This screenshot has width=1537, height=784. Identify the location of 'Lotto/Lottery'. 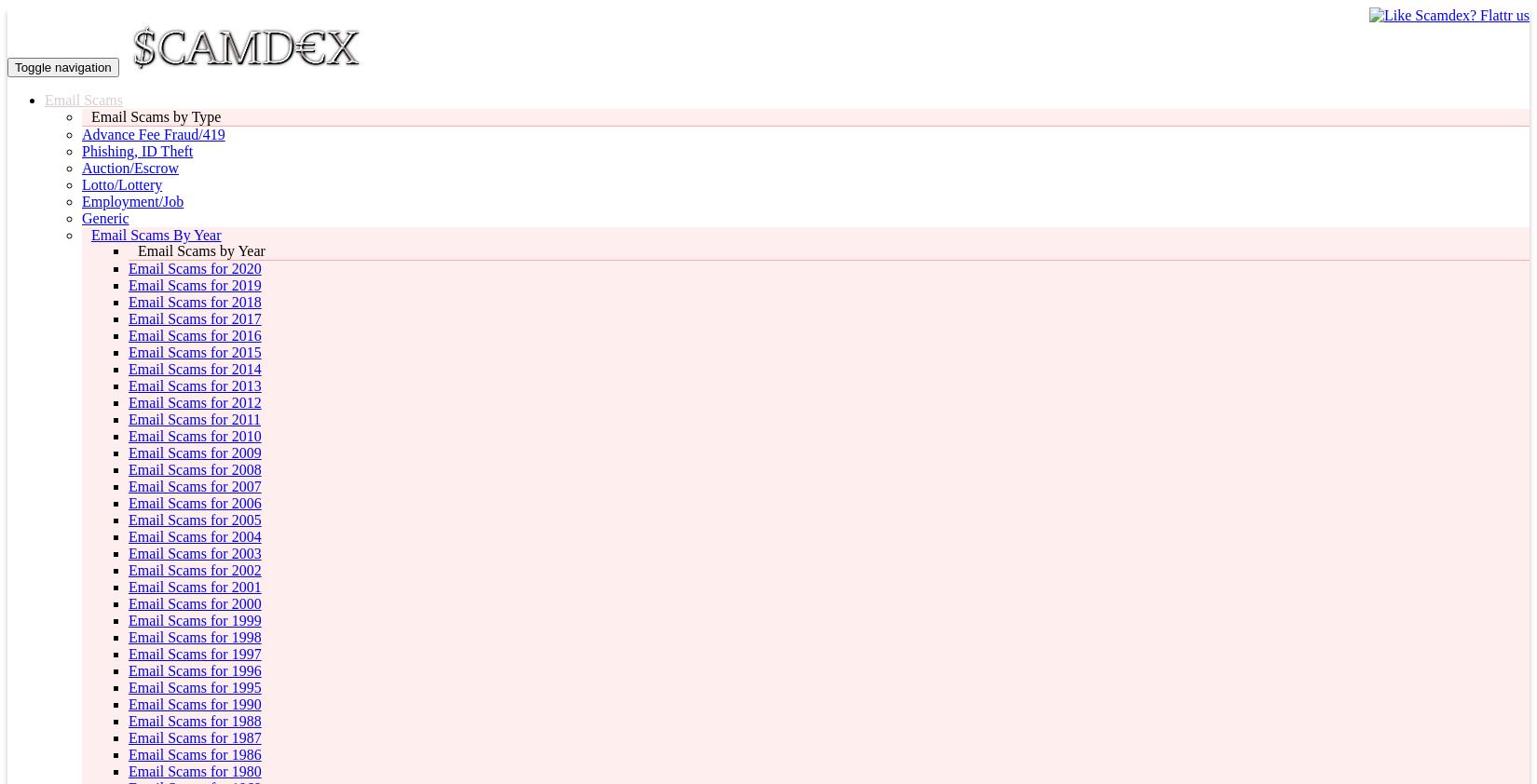
(122, 183).